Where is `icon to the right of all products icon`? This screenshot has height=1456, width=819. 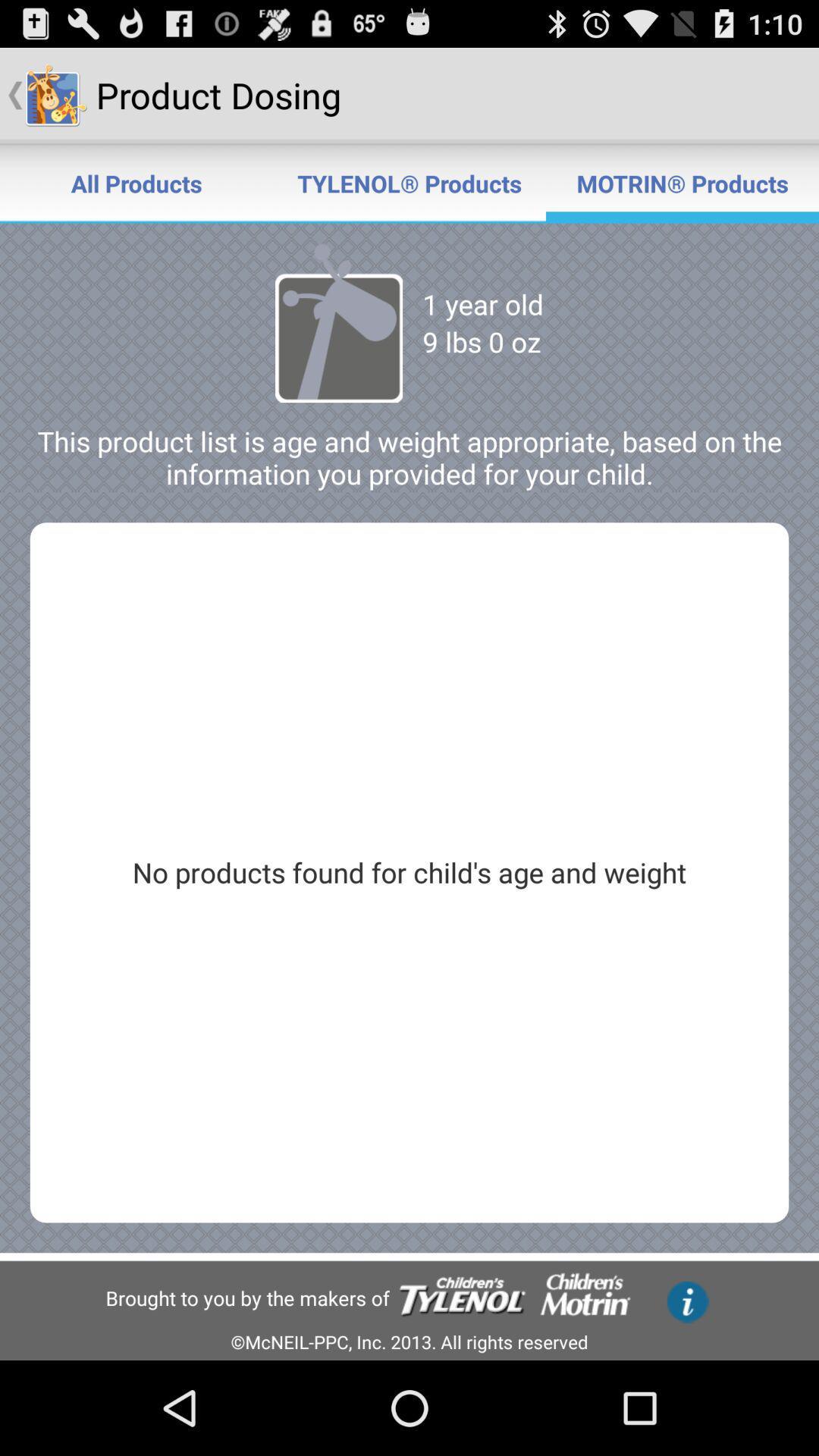
icon to the right of all products icon is located at coordinates (409, 182).